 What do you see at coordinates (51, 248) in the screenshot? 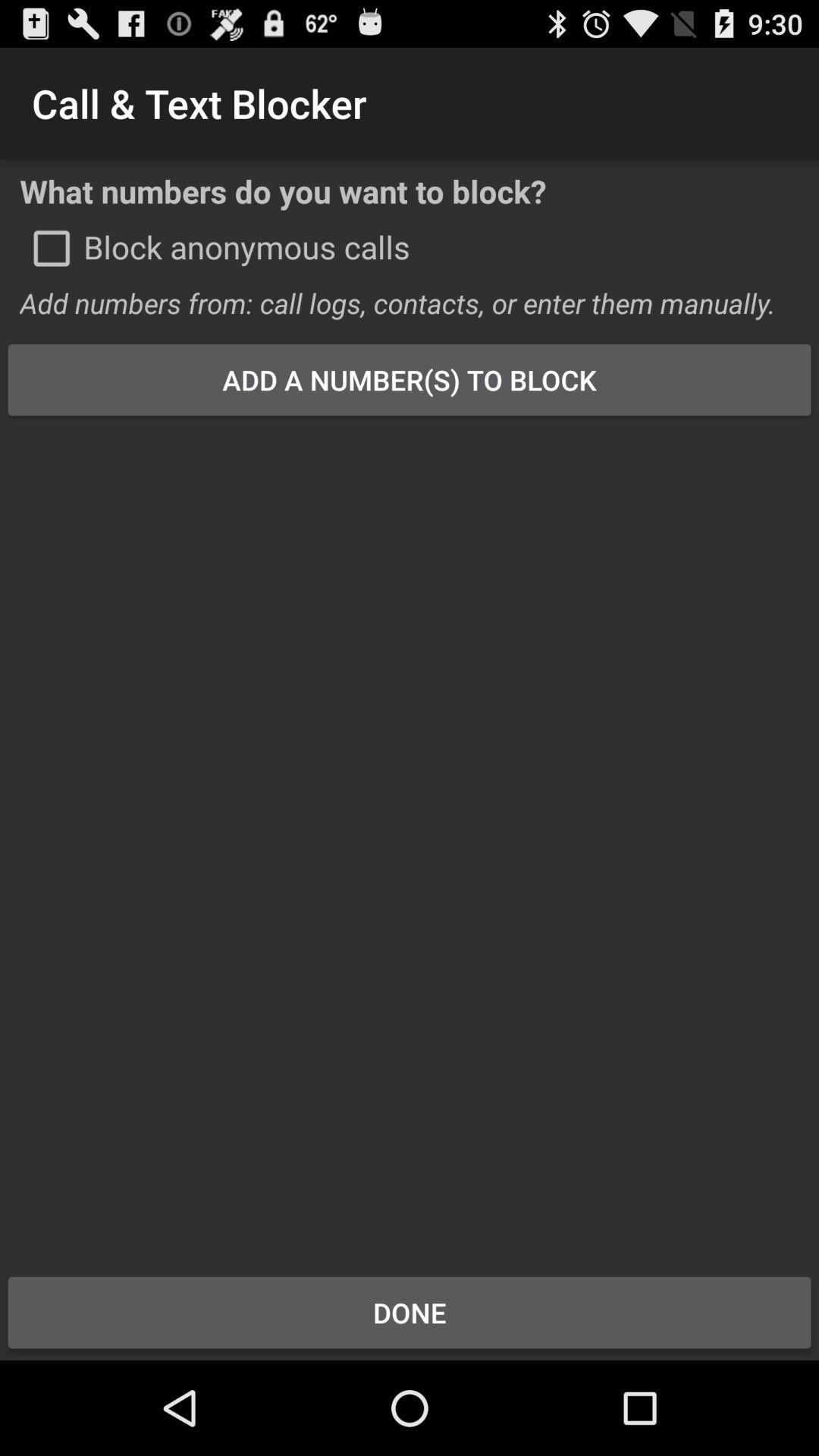
I see `anonymous calls` at bounding box center [51, 248].